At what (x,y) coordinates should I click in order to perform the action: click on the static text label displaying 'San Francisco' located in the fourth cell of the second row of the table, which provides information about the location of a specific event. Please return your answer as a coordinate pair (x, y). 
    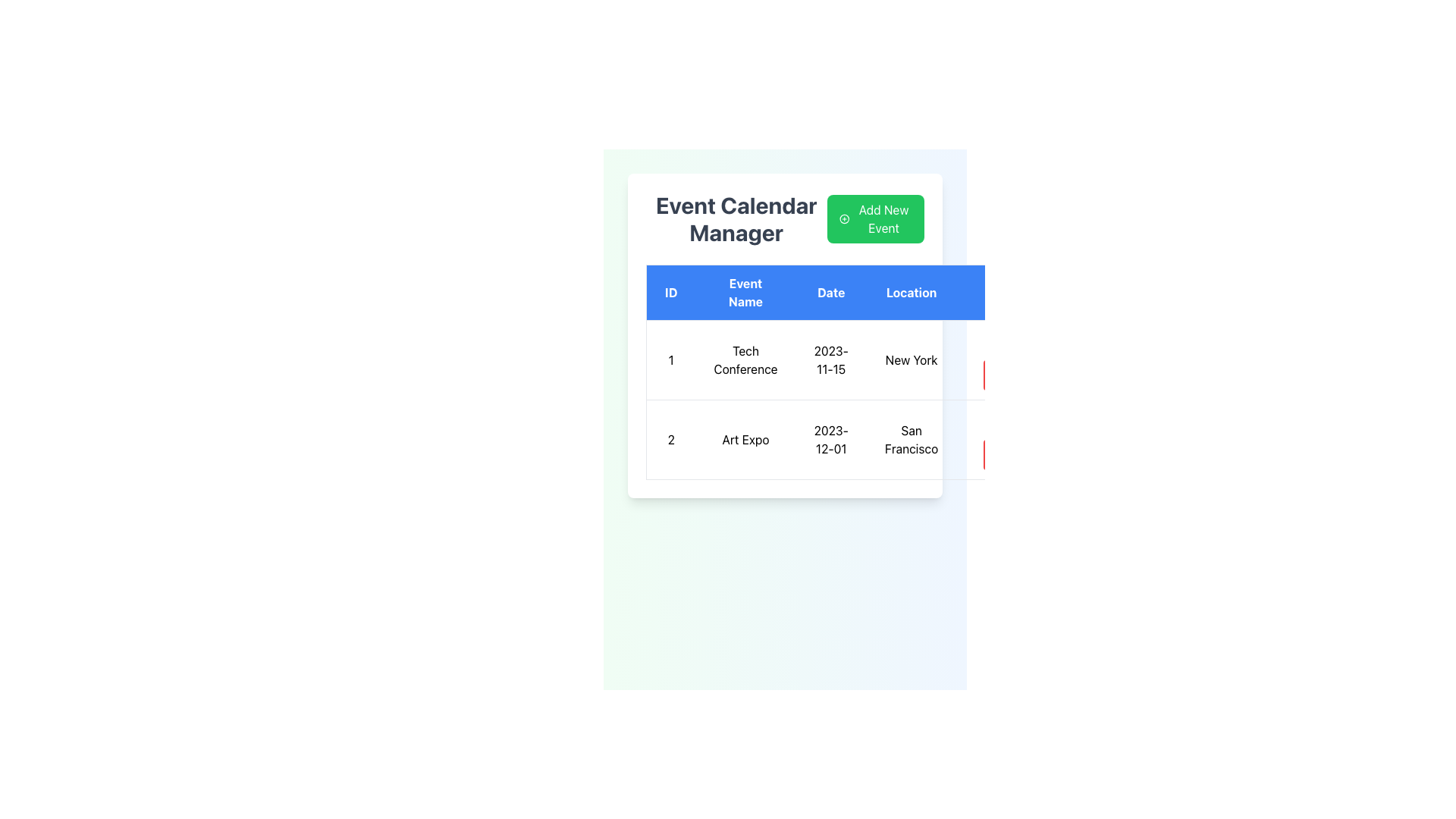
    Looking at the image, I should click on (911, 439).